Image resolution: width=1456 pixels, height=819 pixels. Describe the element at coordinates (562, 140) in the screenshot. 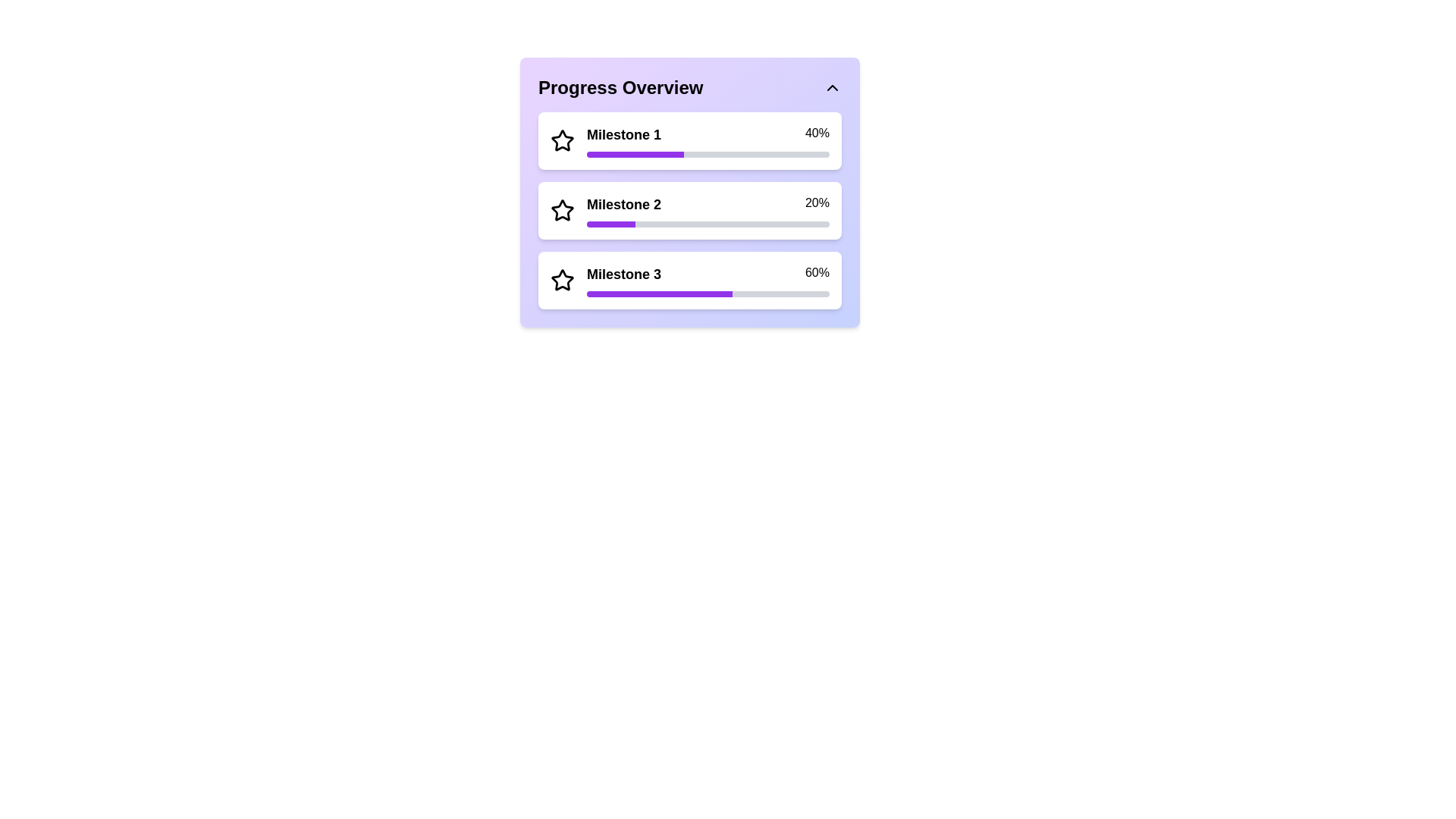

I see `the highlighted star icon in the topmost milestone block of the 'Progress Overview' section` at that location.